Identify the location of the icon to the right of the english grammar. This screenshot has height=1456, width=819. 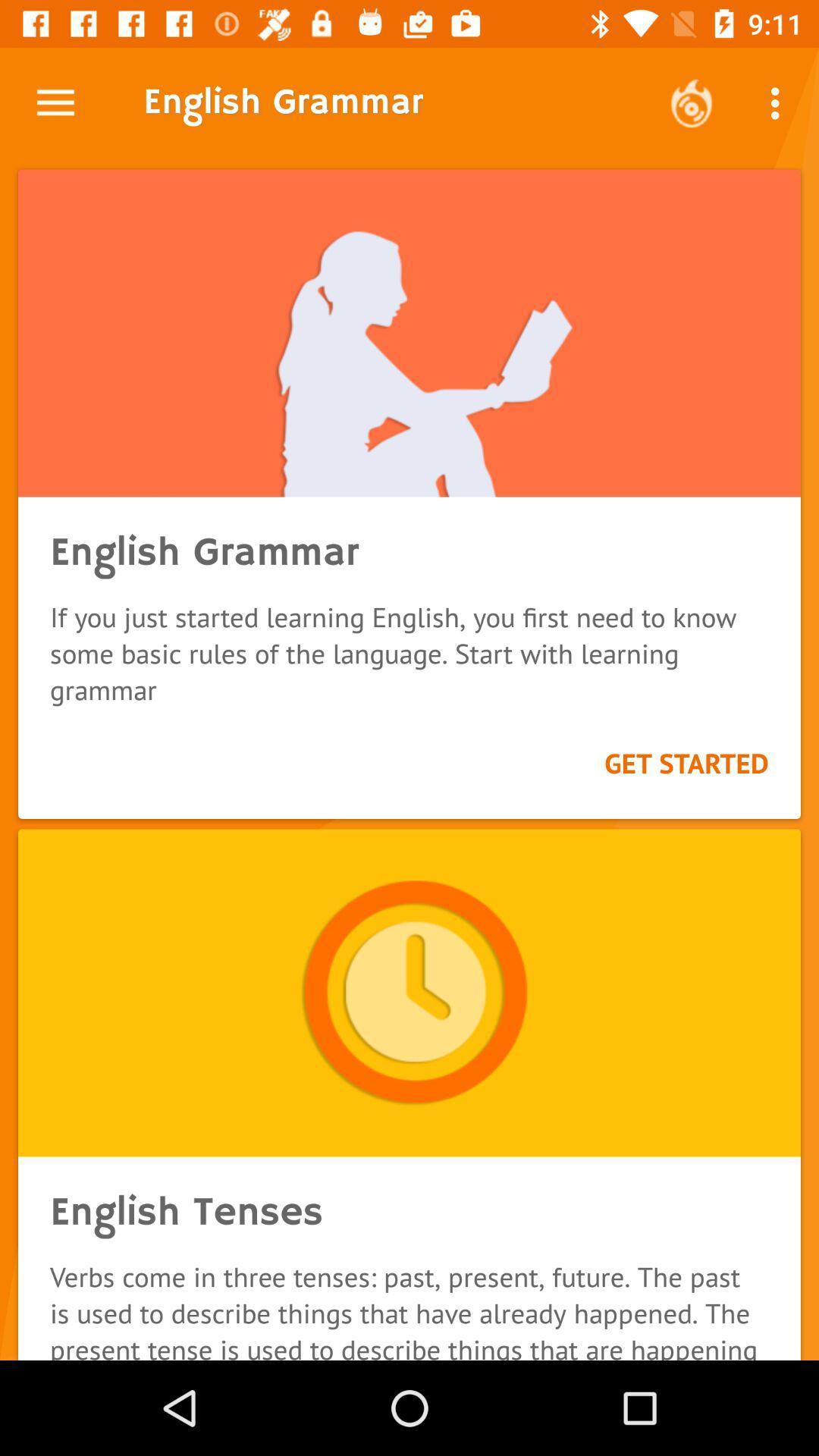
(691, 102).